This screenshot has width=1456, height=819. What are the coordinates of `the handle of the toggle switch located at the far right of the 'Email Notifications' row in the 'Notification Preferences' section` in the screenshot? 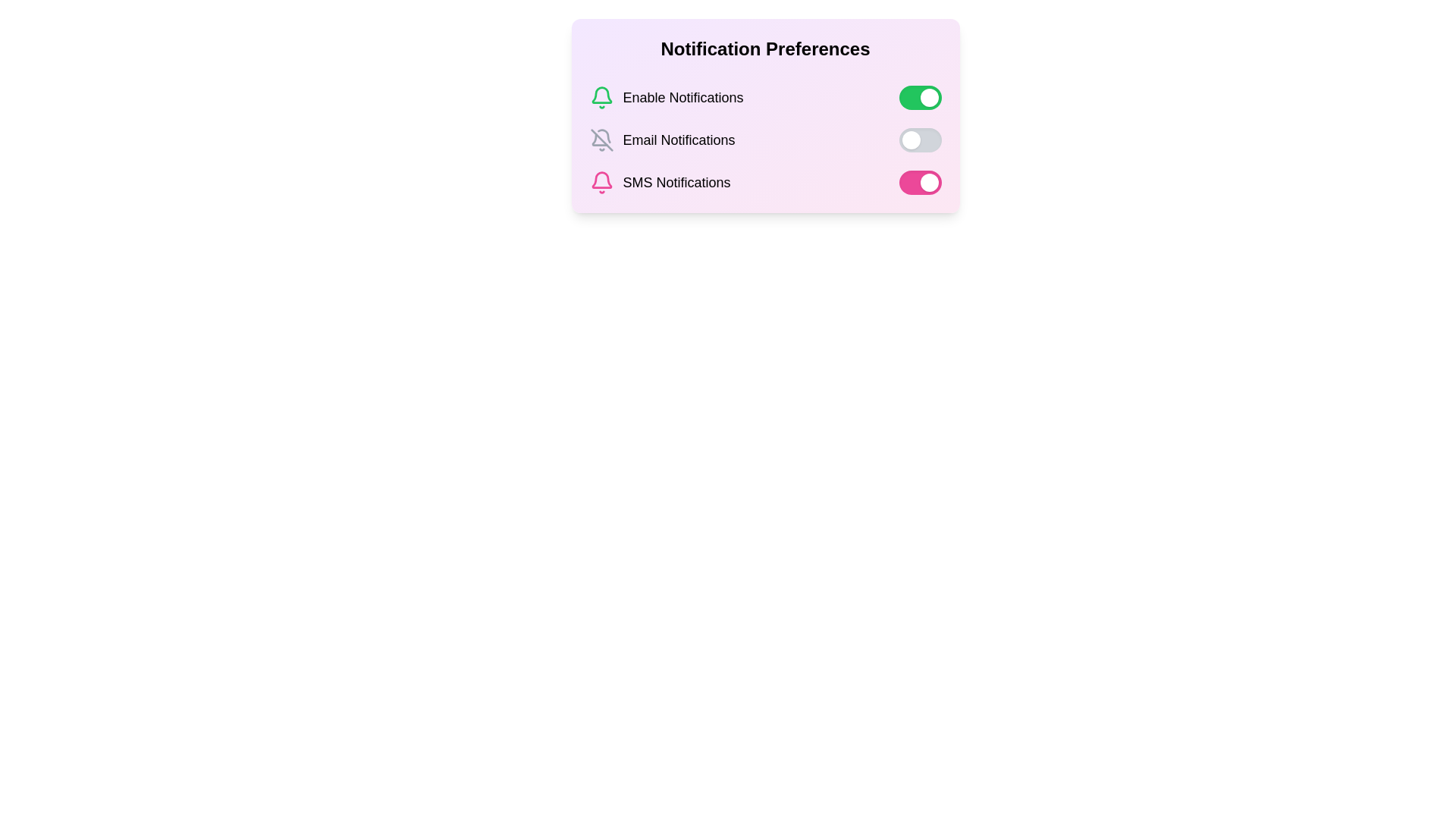 It's located at (919, 140).